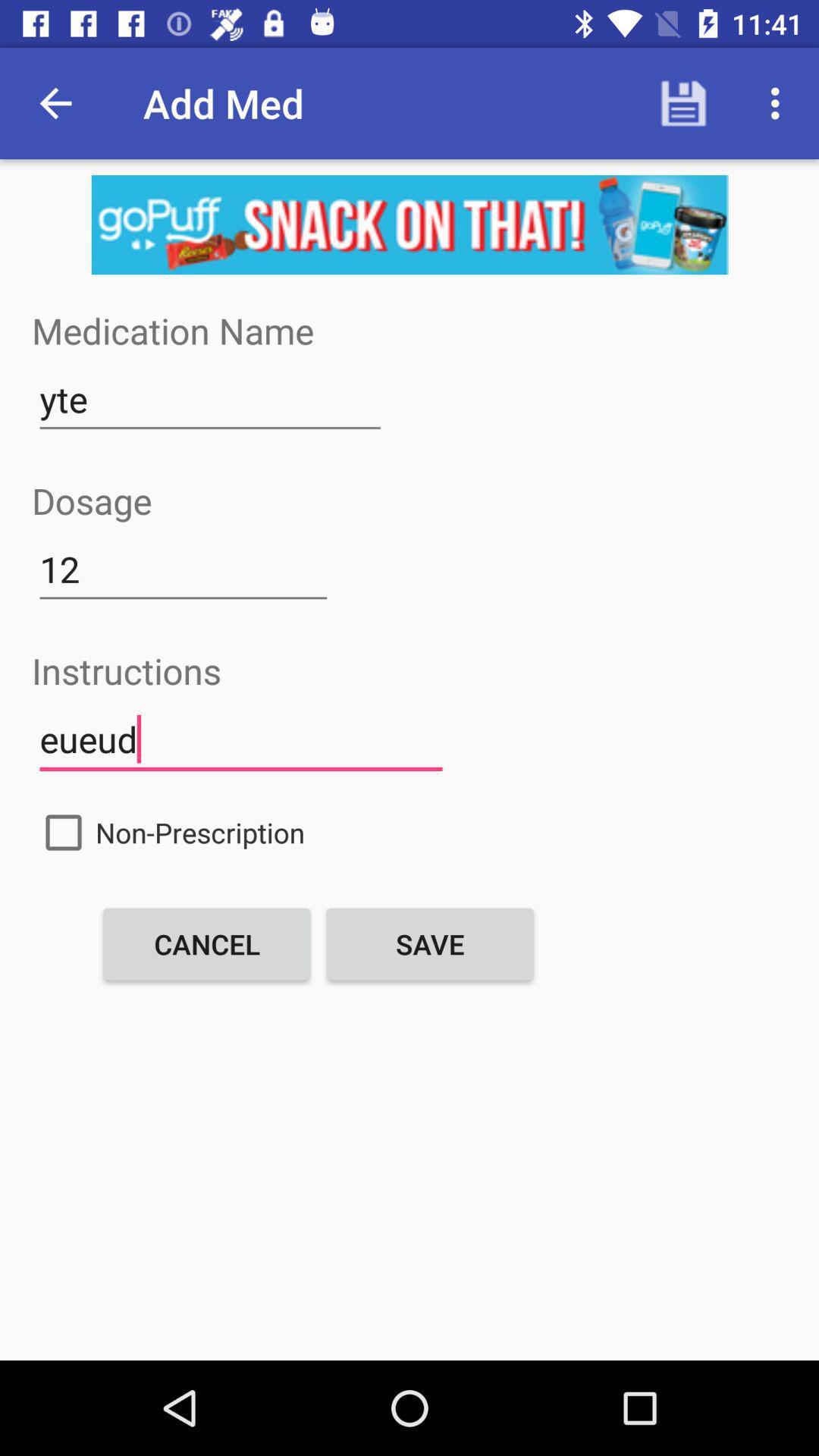 Image resolution: width=819 pixels, height=1456 pixels. What do you see at coordinates (409, 224) in the screenshot?
I see `advertisement` at bounding box center [409, 224].